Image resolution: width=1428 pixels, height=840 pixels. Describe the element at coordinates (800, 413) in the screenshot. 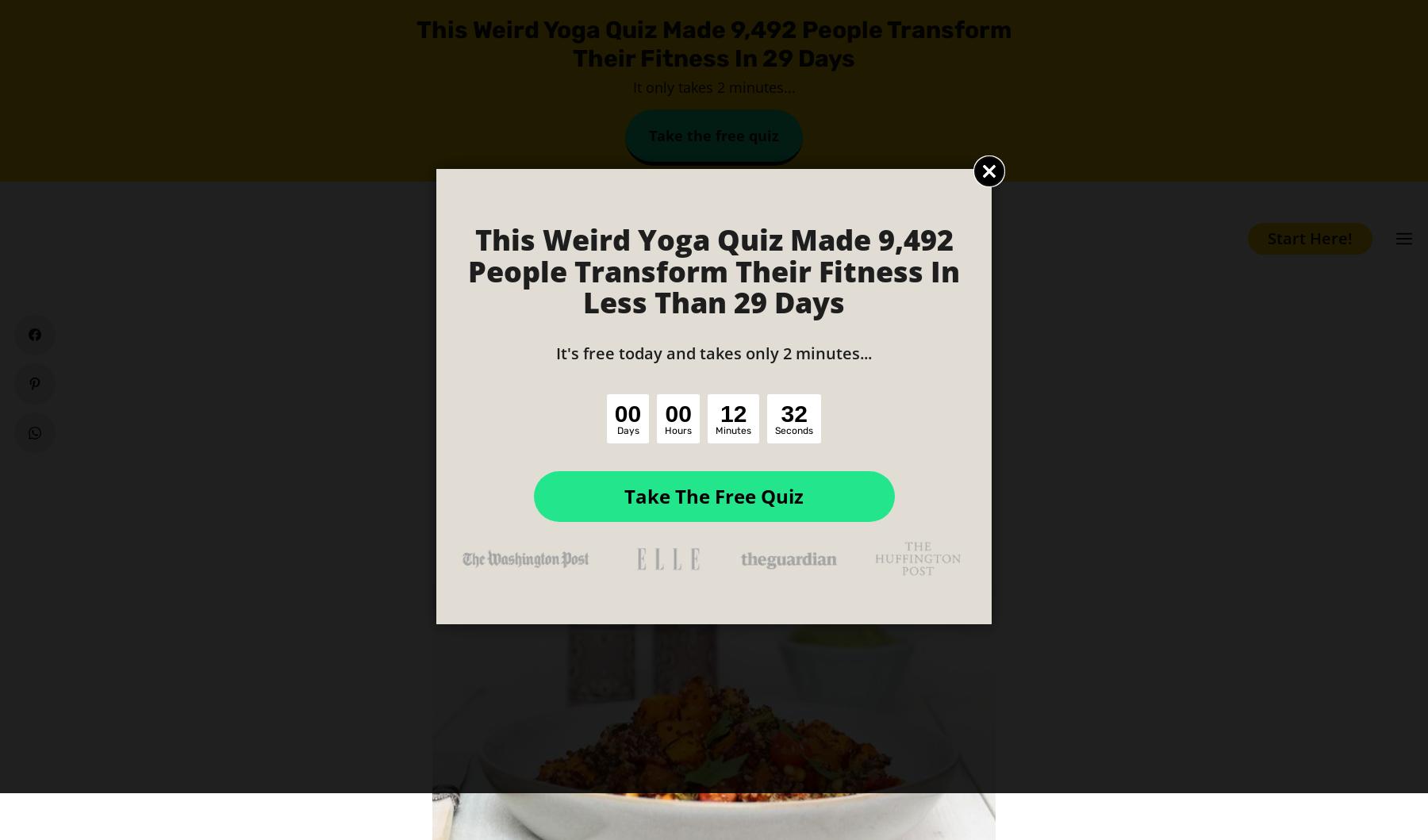

I see `'9'` at that location.